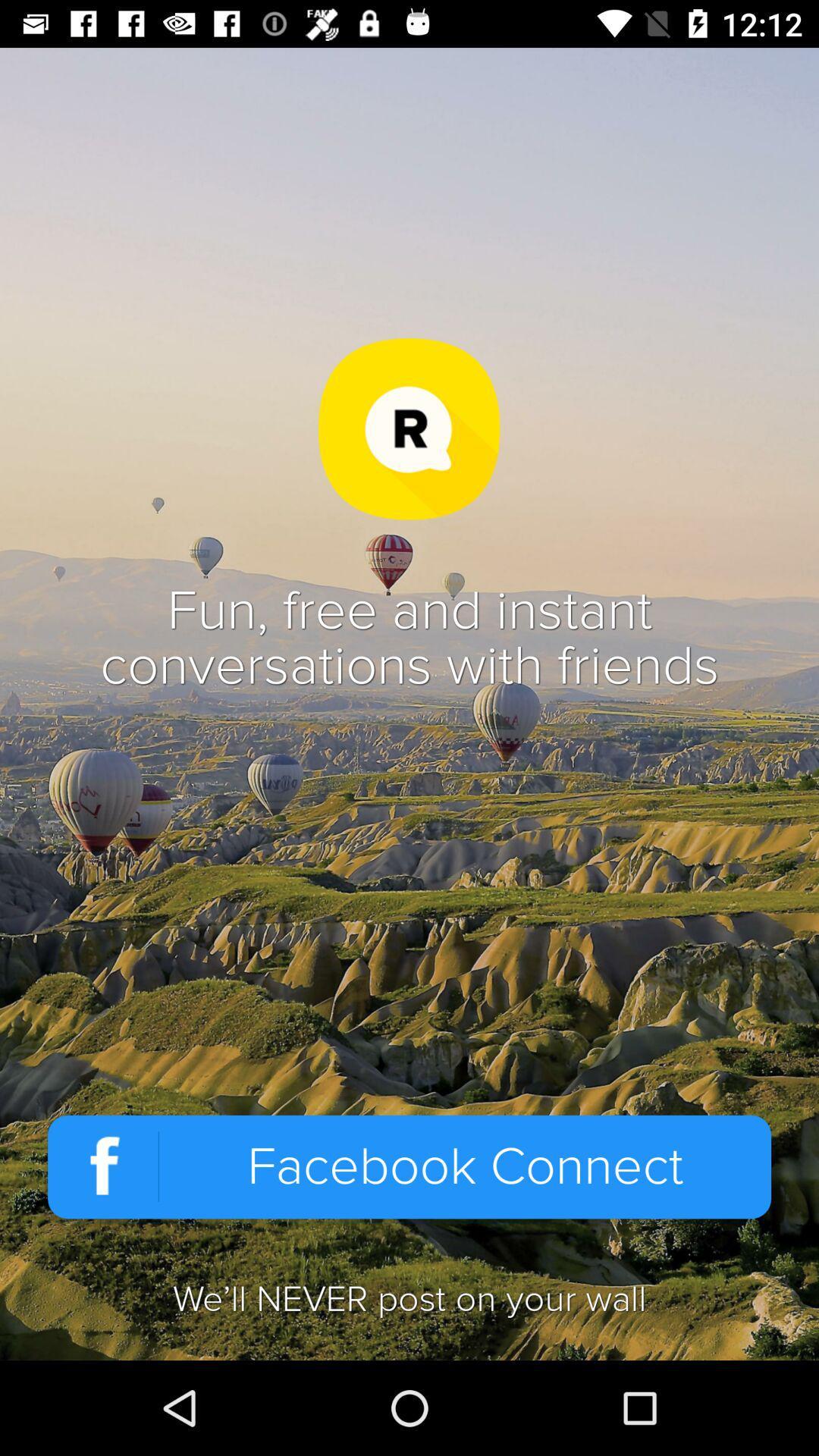 Image resolution: width=819 pixels, height=1456 pixels. I want to click on facebook connect icon, so click(409, 1166).